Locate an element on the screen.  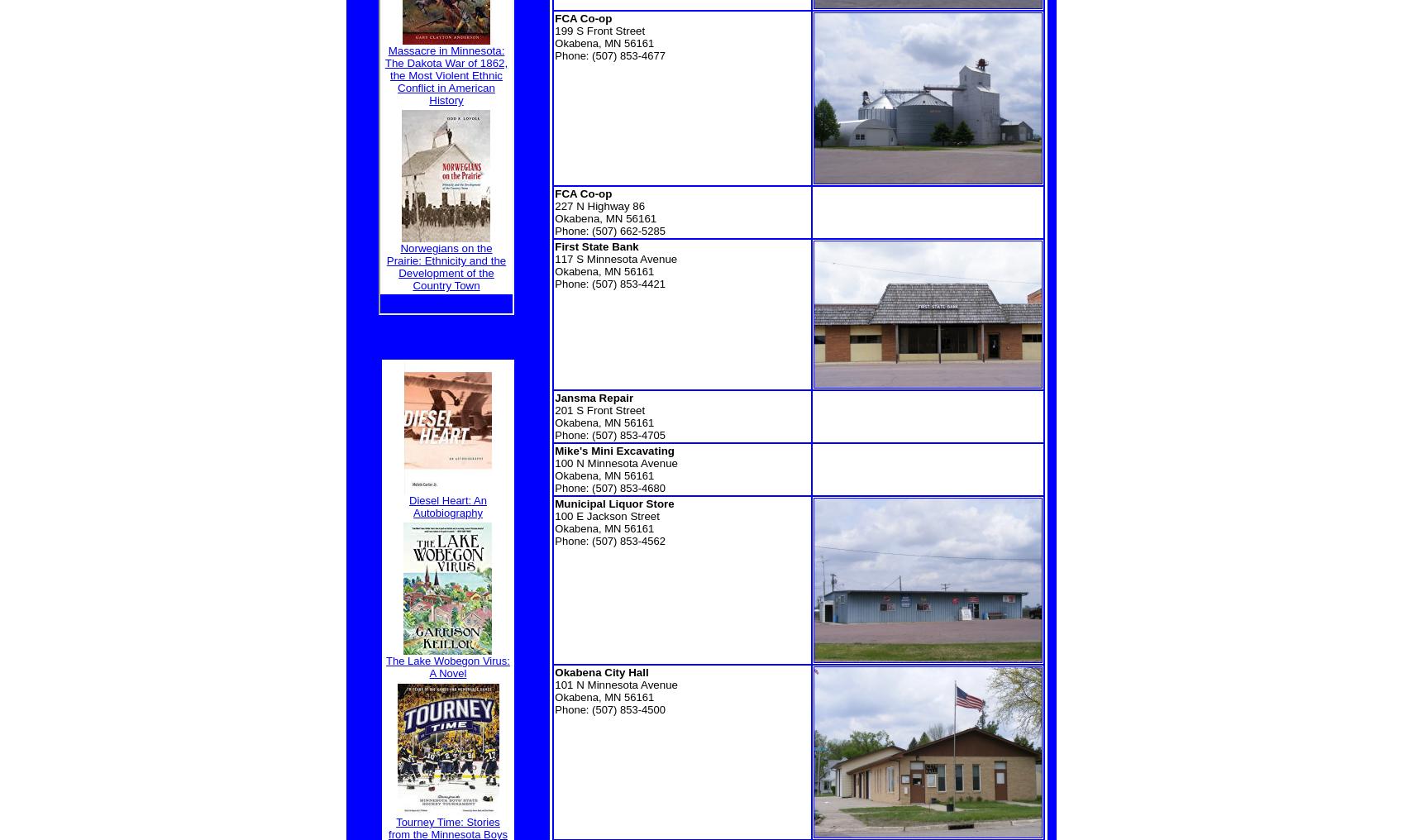
'Okabena City Hall' is located at coordinates (600, 671).